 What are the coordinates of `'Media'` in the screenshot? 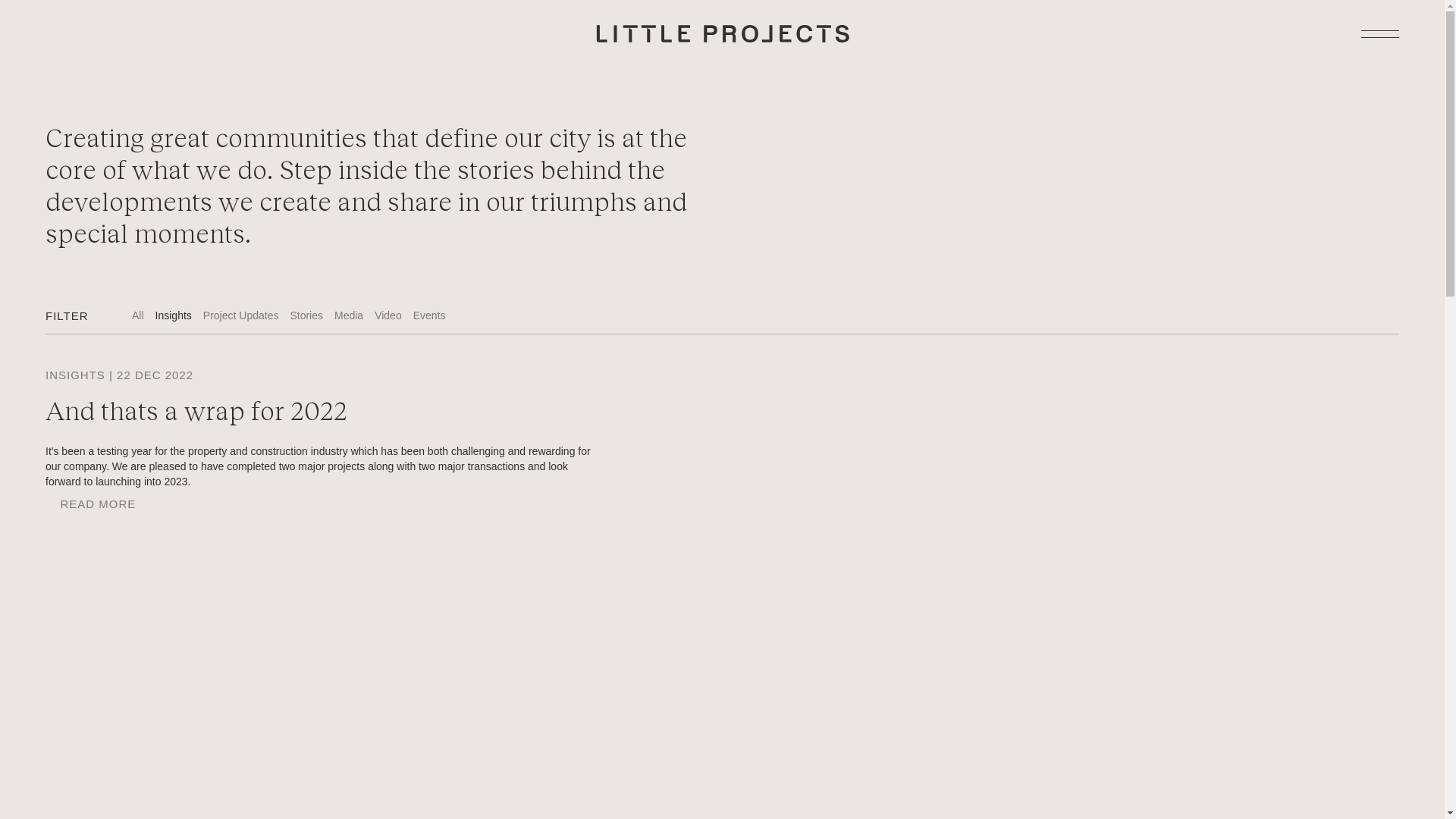 It's located at (348, 315).